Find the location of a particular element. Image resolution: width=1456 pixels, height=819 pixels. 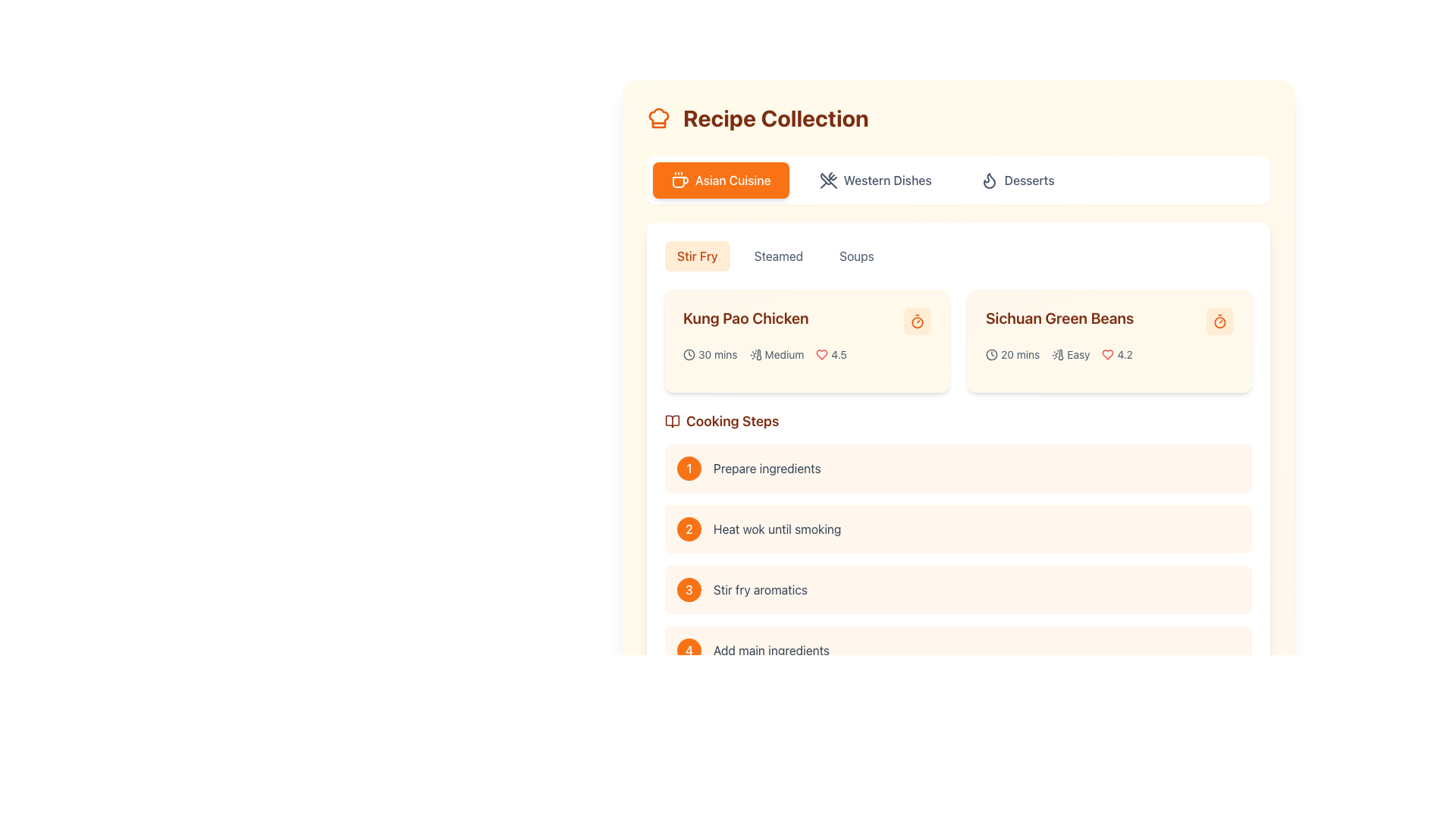

the icon button in the top-right corner of the 'Kung Pao Chicken' card is located at coordinates (916, 321).